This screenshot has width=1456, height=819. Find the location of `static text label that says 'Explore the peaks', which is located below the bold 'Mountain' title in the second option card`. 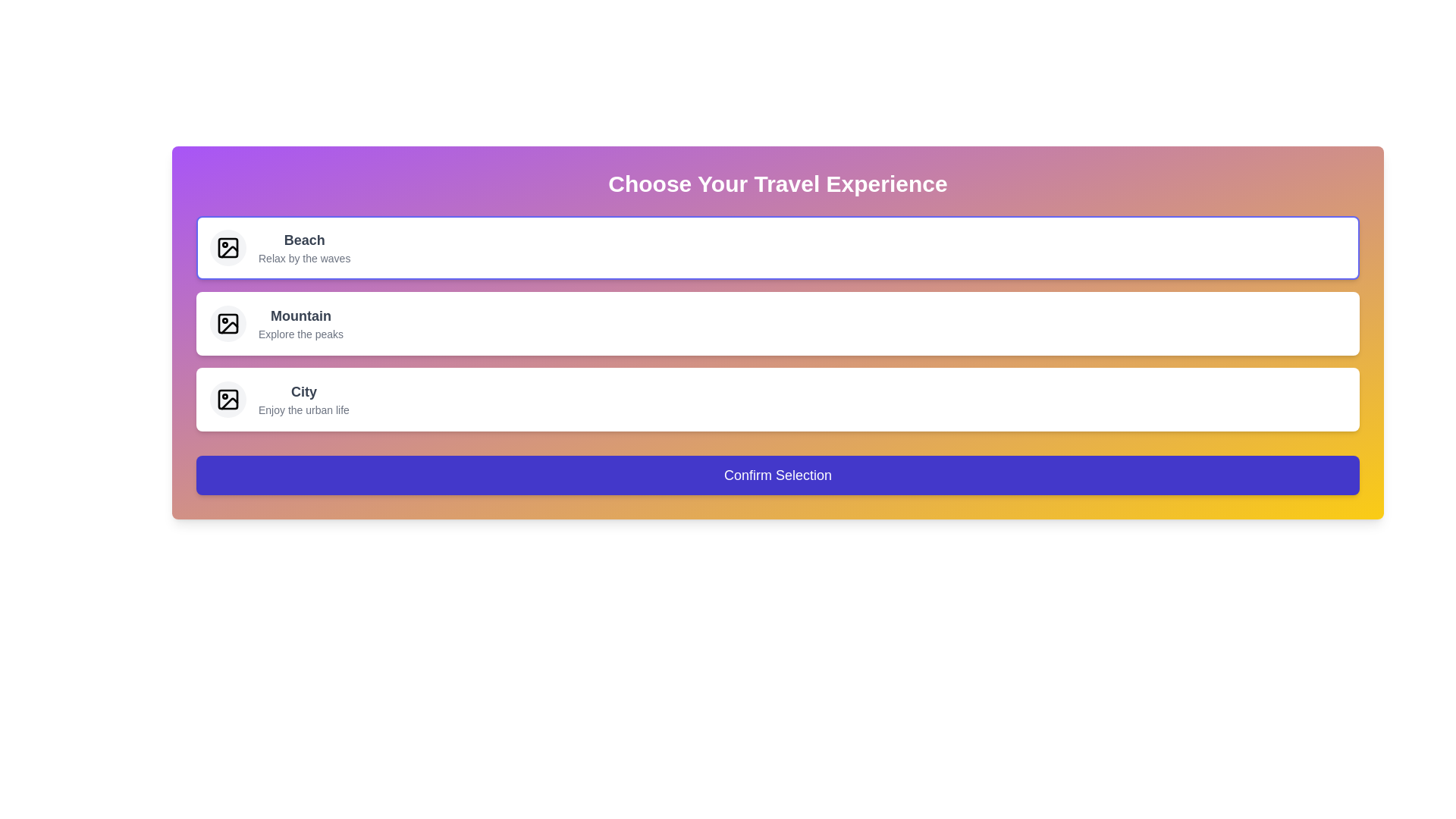

static text label that says 'Explore the peaks', which is located below the bold 'Mountain' title in the second option card is located at coordinates (301, 333).